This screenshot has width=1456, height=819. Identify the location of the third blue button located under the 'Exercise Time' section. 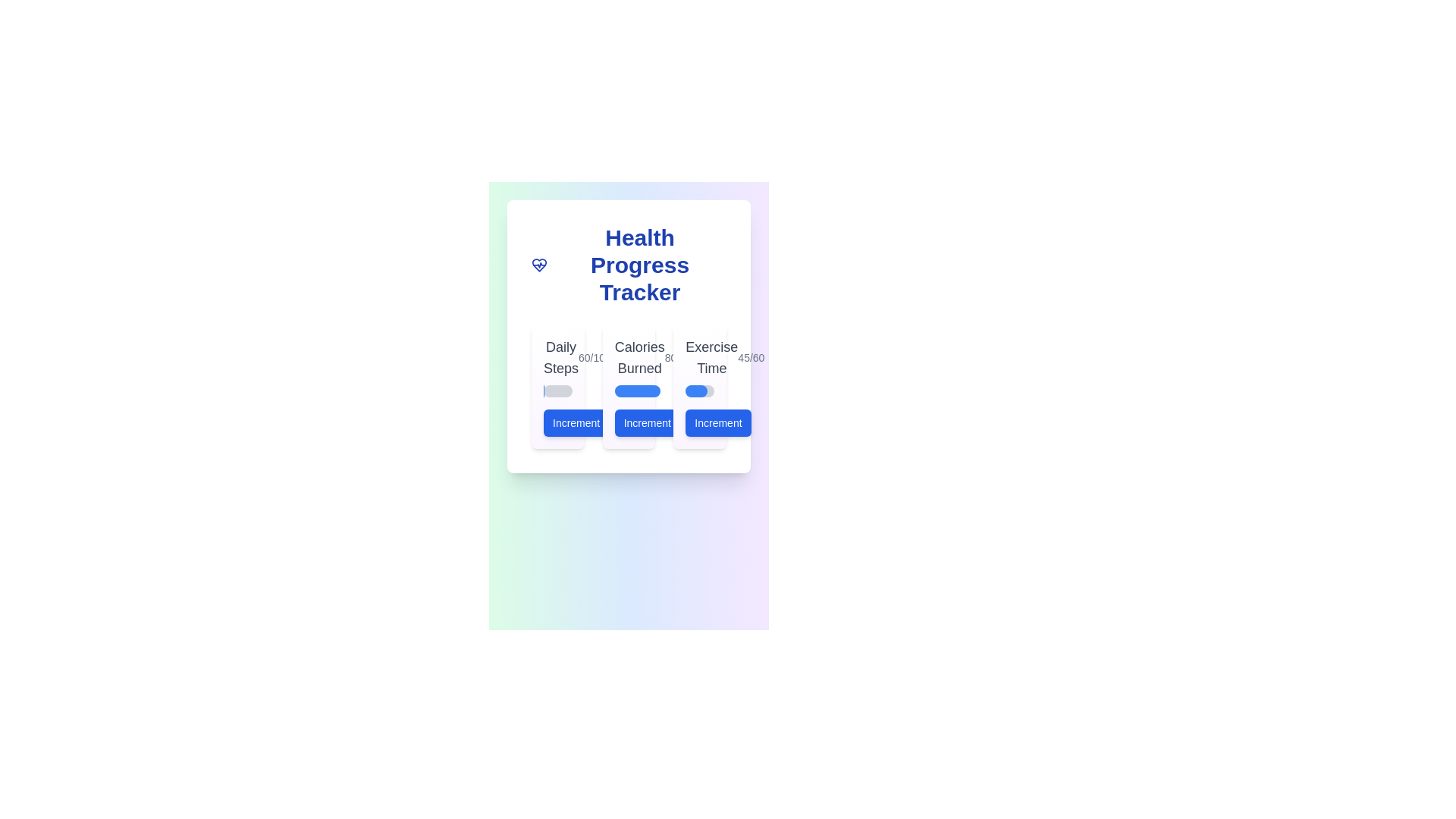
(717, 423).